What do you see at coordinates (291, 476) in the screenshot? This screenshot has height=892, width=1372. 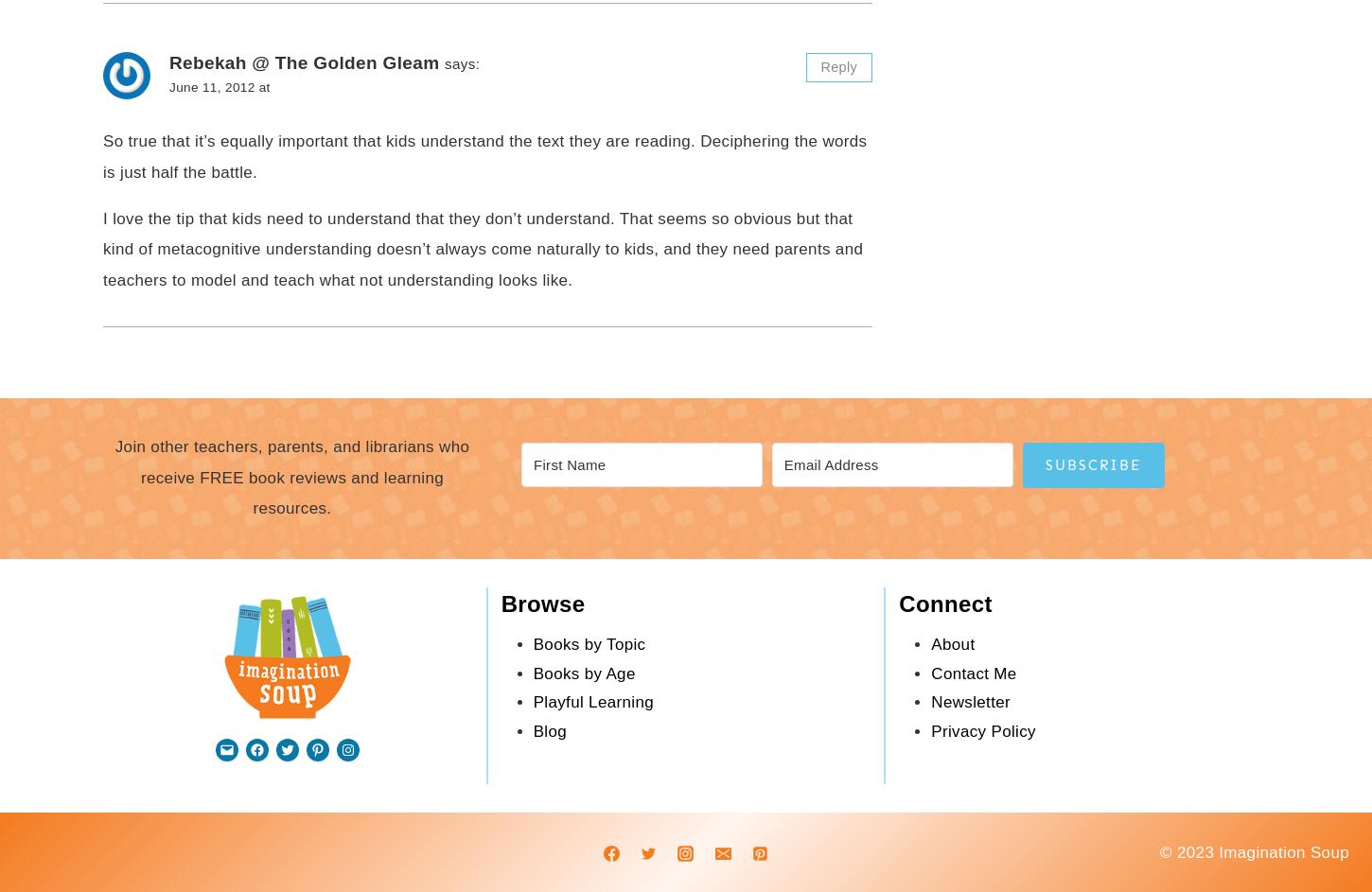 I see `'Join other teachers, parents, and librarians who receive FREE book reviews and learning resources.'` at bounding box center [291, 476].